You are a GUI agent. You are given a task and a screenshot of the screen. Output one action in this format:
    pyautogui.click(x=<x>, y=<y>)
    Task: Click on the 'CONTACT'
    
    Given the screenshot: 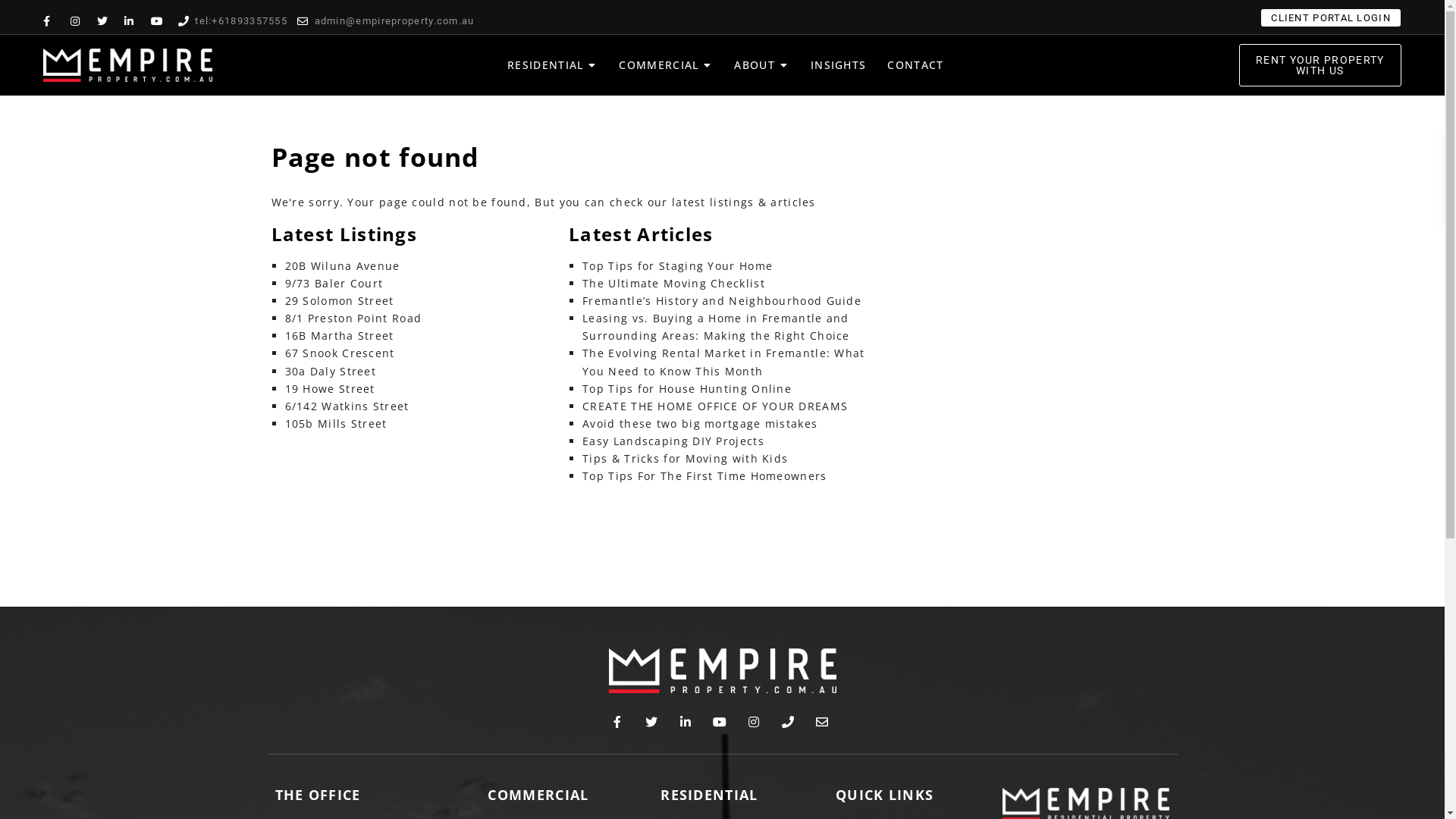 What is the action you would take?
    pyautogui.click(x=914, y=64)
    